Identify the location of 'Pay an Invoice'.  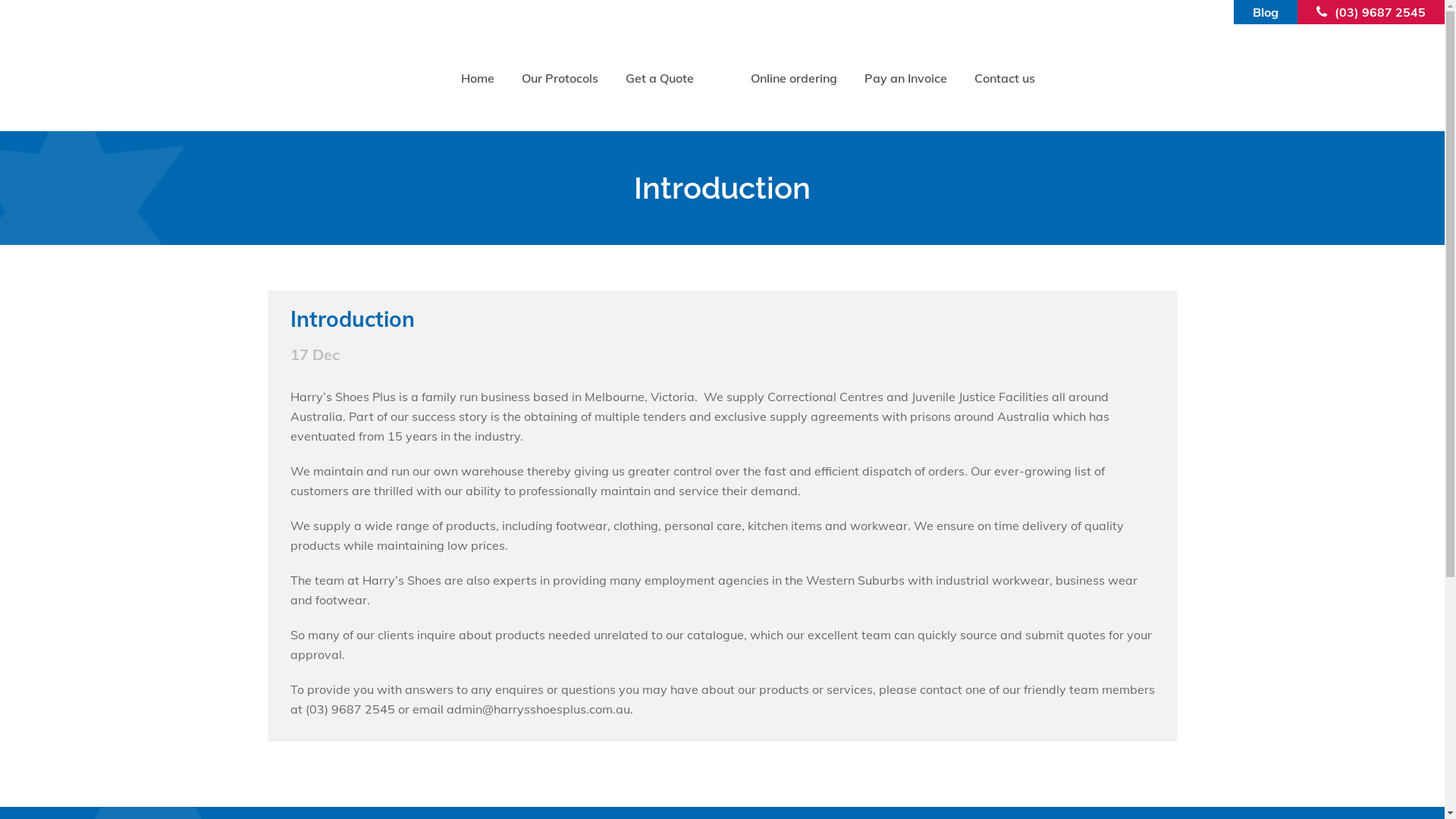
(905, 78).